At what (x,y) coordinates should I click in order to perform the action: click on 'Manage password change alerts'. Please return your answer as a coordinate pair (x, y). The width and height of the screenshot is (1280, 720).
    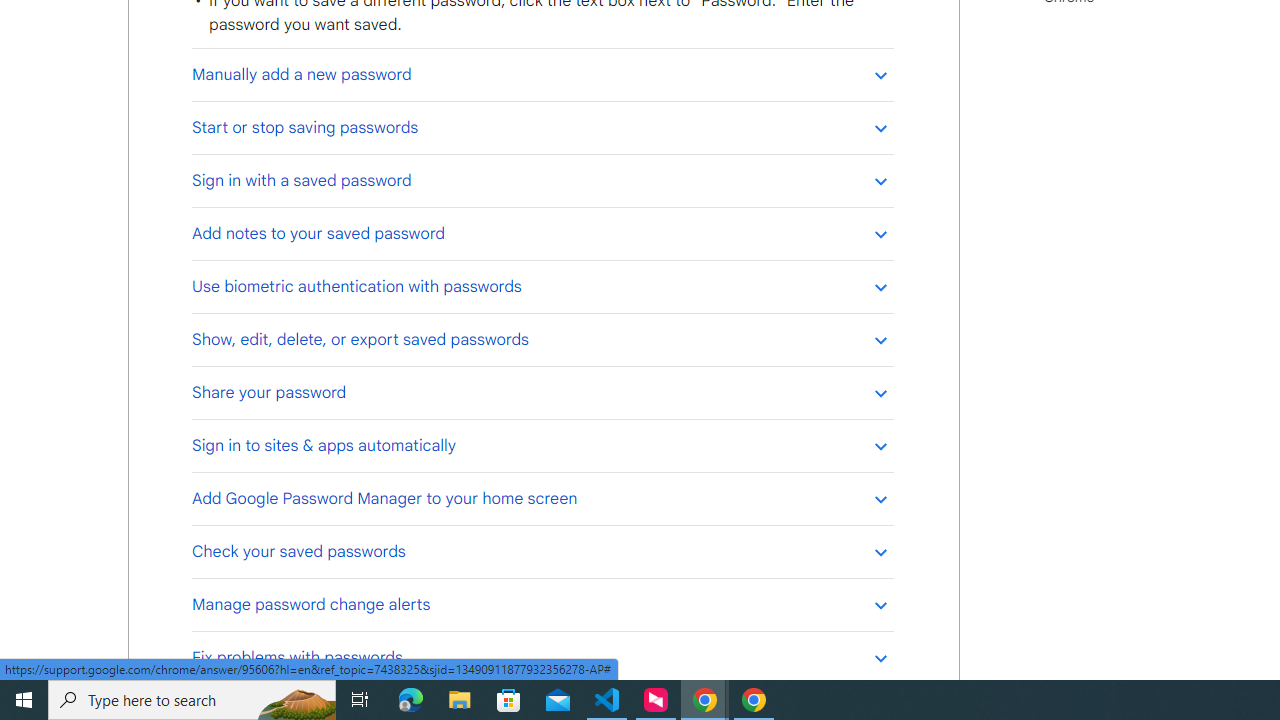
    Looking at the image, I should click on (542, 603).